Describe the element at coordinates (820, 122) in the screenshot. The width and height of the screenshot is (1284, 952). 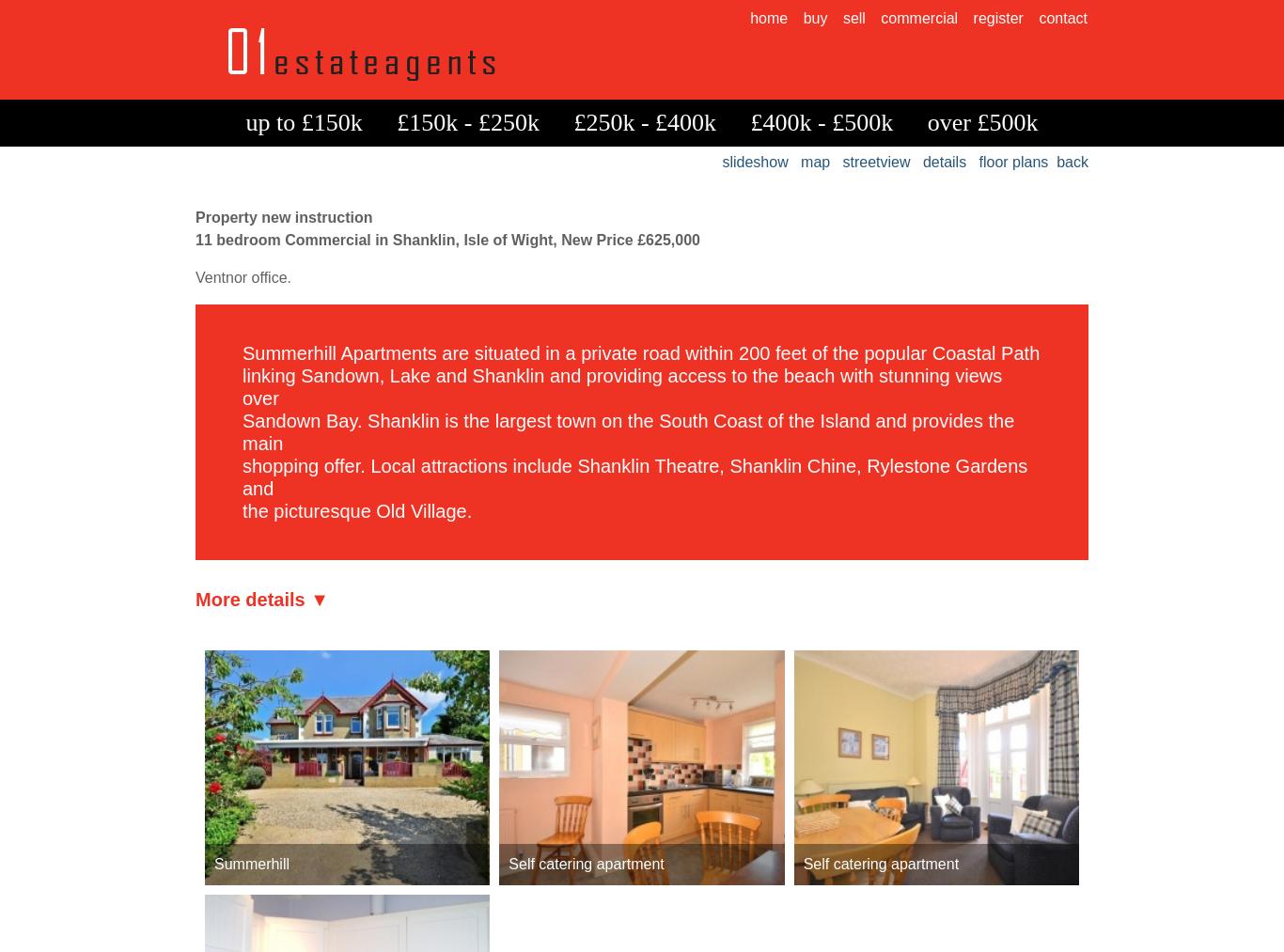
I see `'£400k - £500k'` at that location.